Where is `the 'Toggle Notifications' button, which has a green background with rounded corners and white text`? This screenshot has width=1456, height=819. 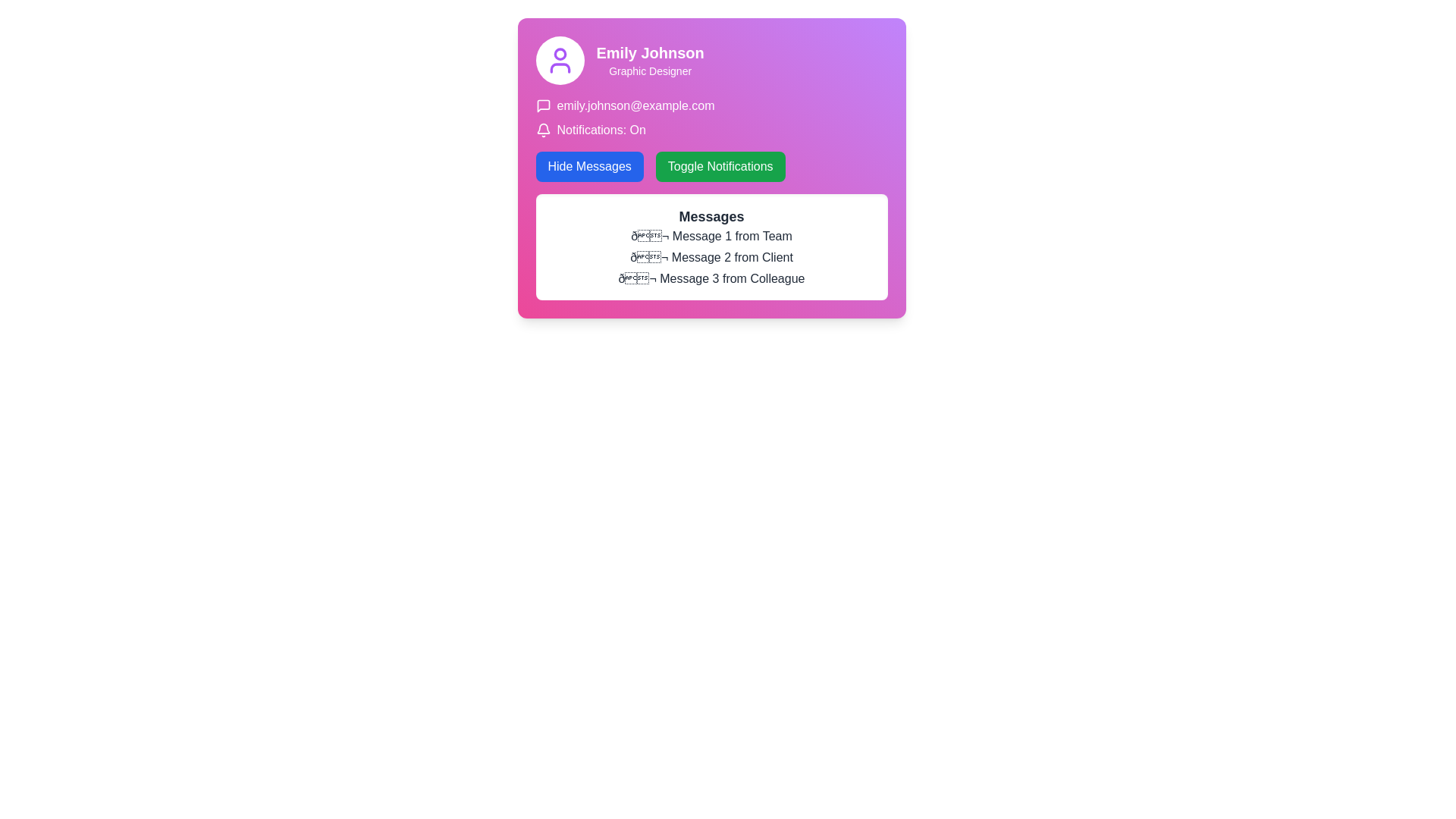
the 'Toggle Notifications' button, which has a green background with rounded corners and white text is located at coordinates (720, 166).